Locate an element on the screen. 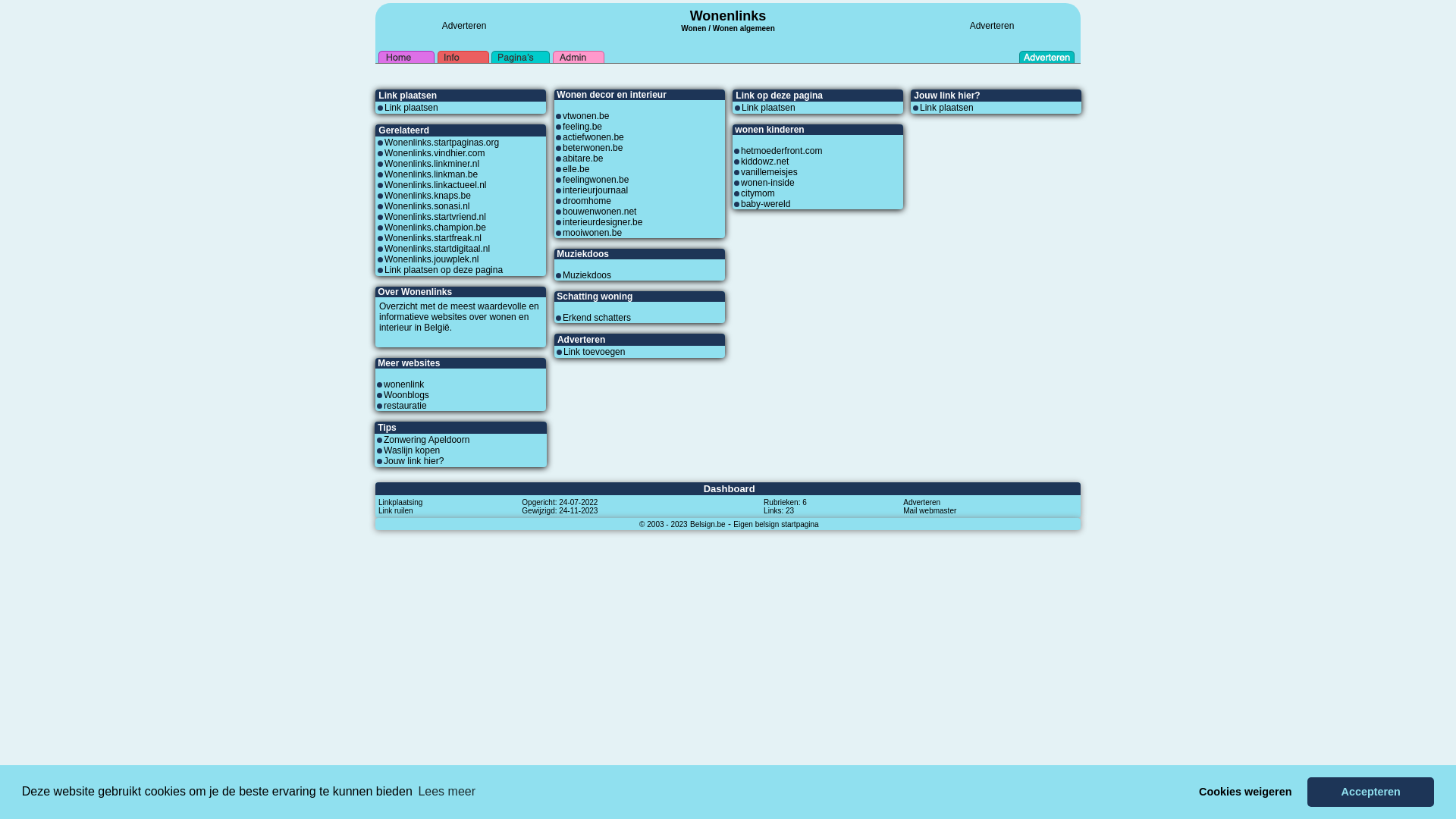 The width and height of the screenshot is (1456, 819). 'hetmoederfront.com' is located at coordinates (781, 151).